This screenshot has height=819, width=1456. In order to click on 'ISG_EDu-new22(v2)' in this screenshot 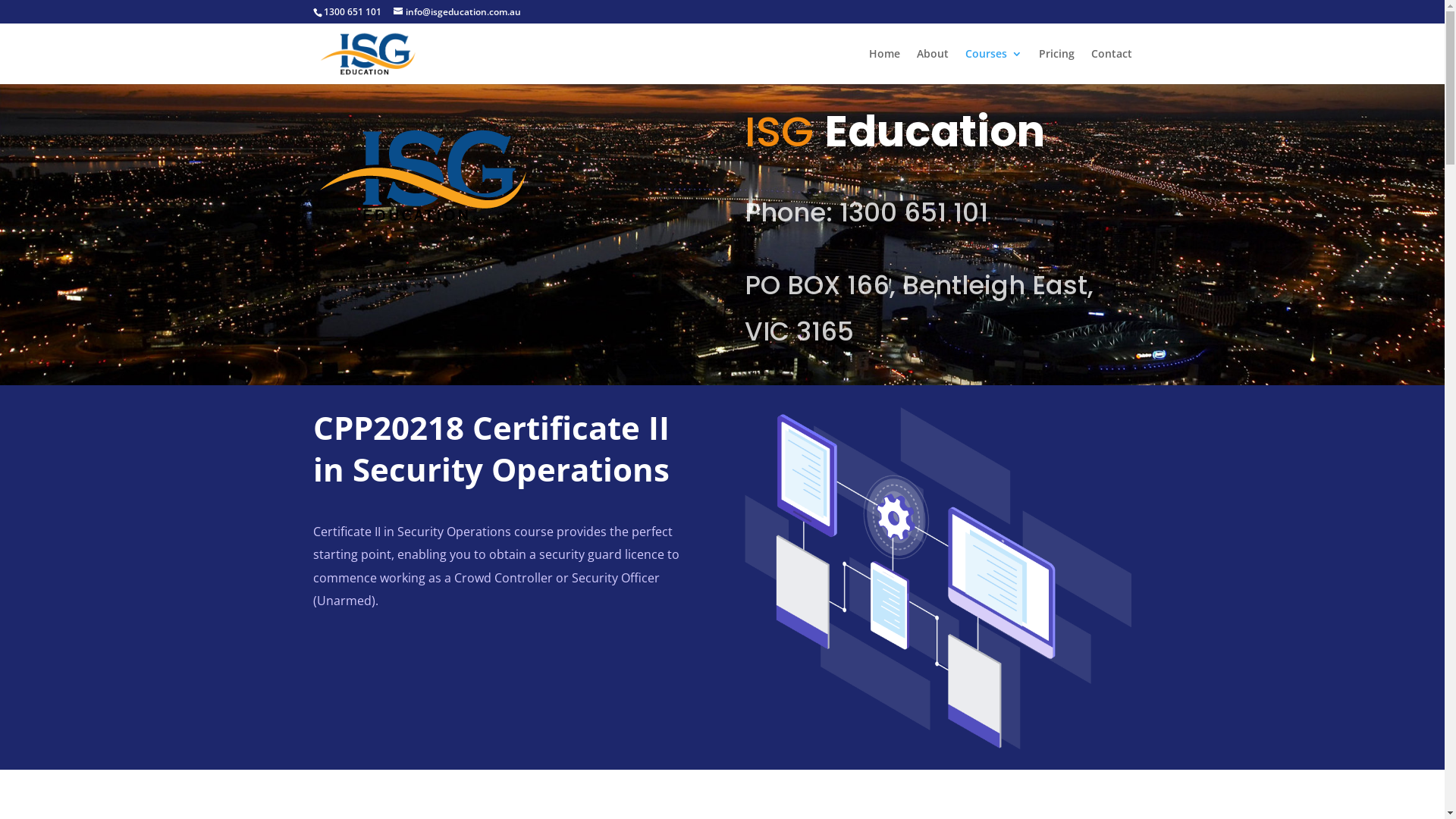, I will do `click(422, 174)`.